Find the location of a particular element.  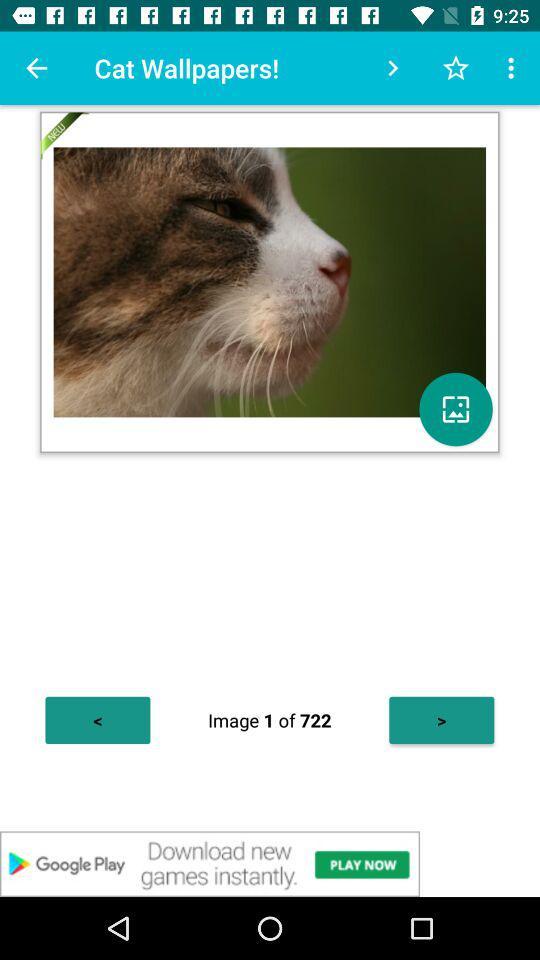

advertisement page is located at coordinates (270, 863).